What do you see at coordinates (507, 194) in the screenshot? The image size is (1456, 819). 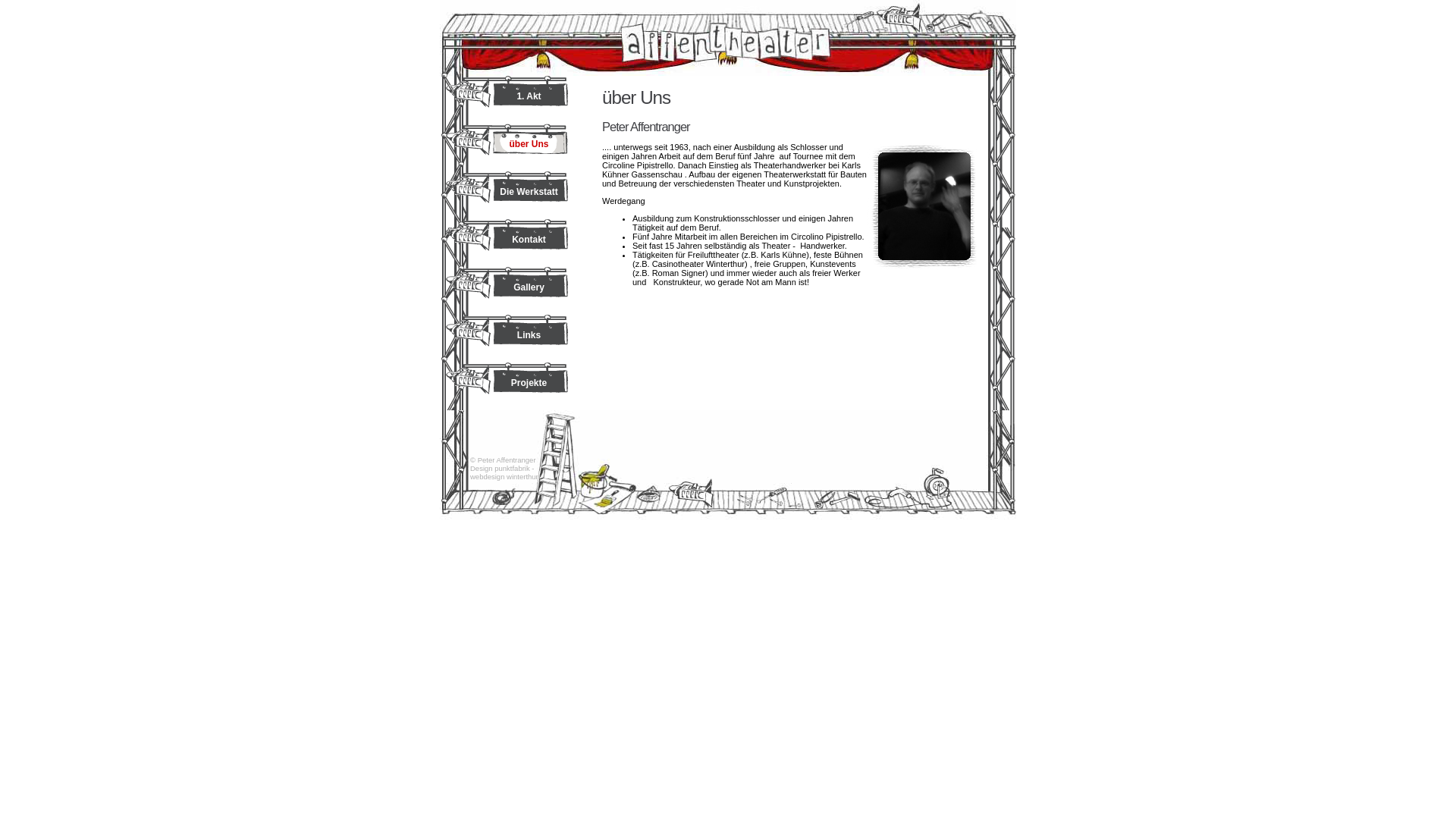 I see `'Die Werkstatt'` at bounding box center [507, 194].